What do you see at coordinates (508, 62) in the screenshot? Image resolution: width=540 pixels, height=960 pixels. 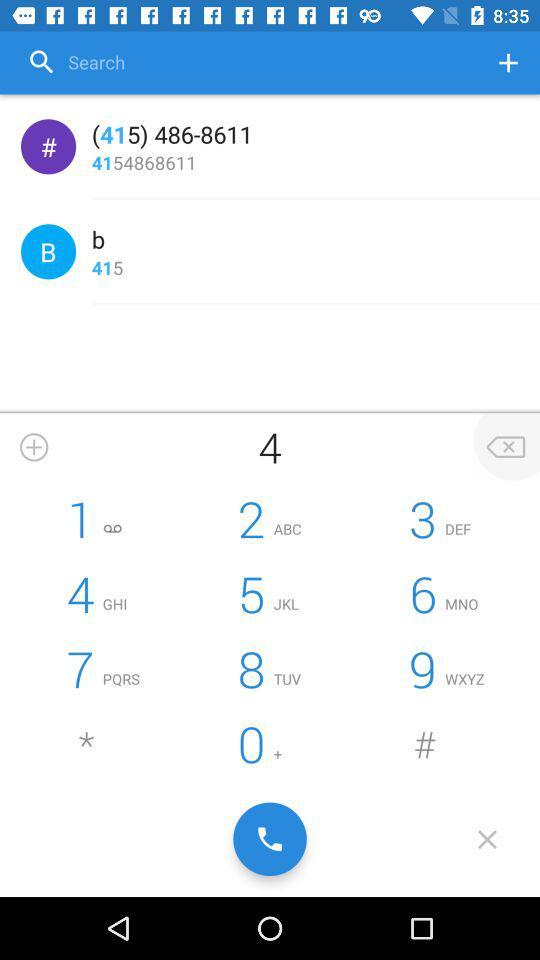 I see `to contacts` at bounding box center [508, 62].